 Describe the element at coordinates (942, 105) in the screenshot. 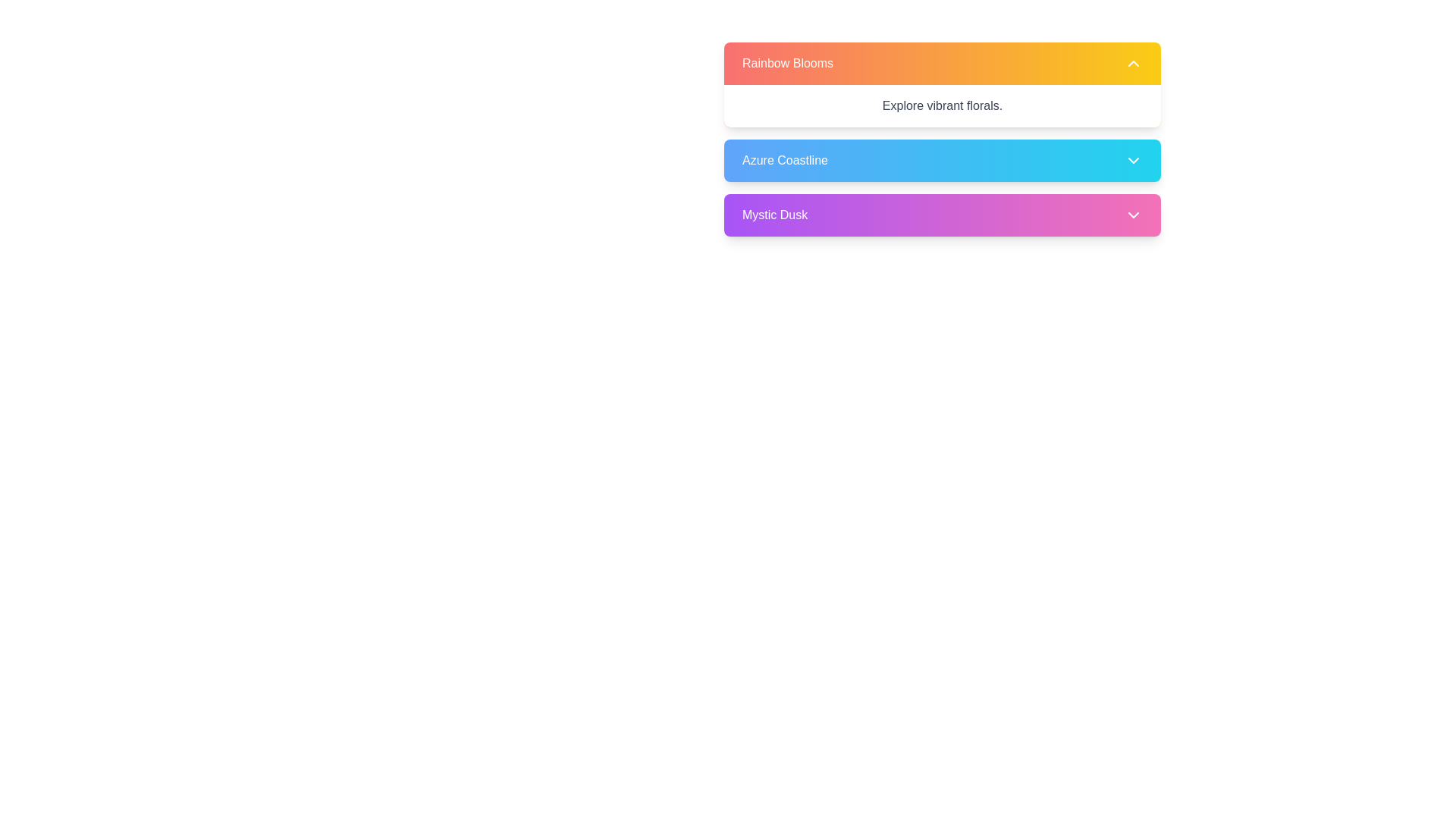

I see `descriptive text label located beneath the 'Rainbow Blooms' gradient header, which serves to provide additional context related to that section` at that location.